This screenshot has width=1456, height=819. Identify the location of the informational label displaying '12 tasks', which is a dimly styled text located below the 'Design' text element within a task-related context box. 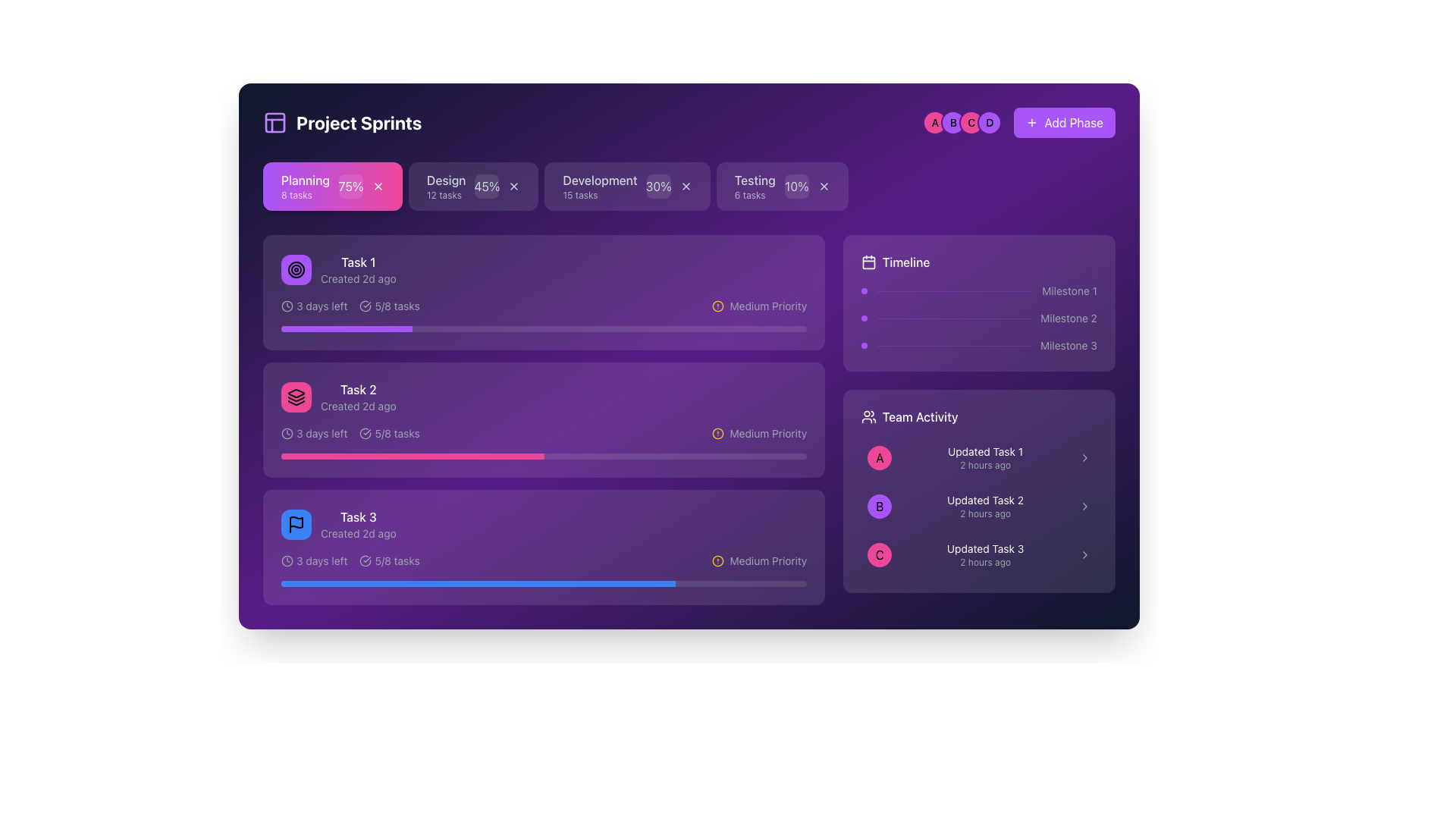
(443, 195).